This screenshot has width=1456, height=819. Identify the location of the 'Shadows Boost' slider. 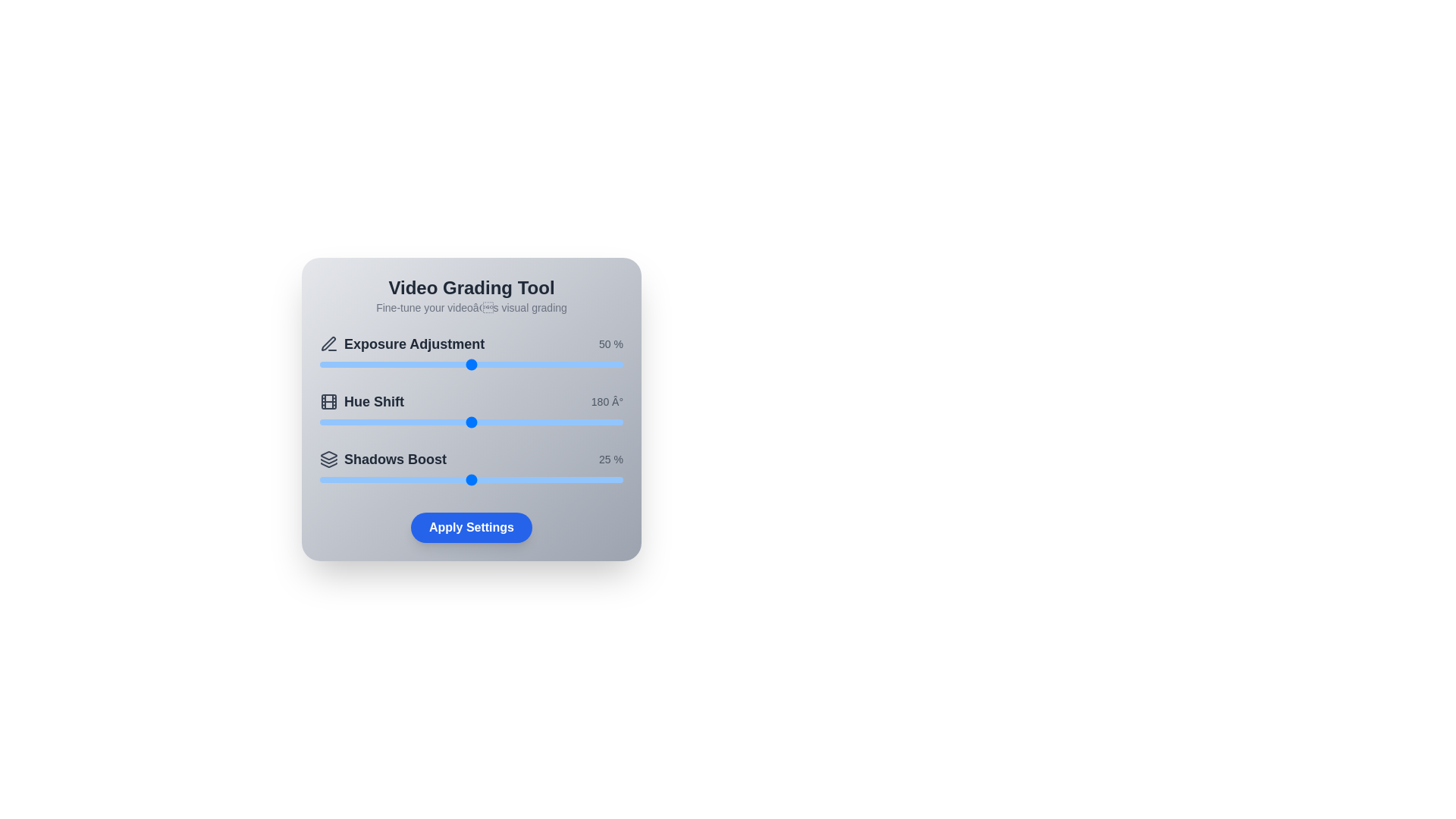
(368, 479).